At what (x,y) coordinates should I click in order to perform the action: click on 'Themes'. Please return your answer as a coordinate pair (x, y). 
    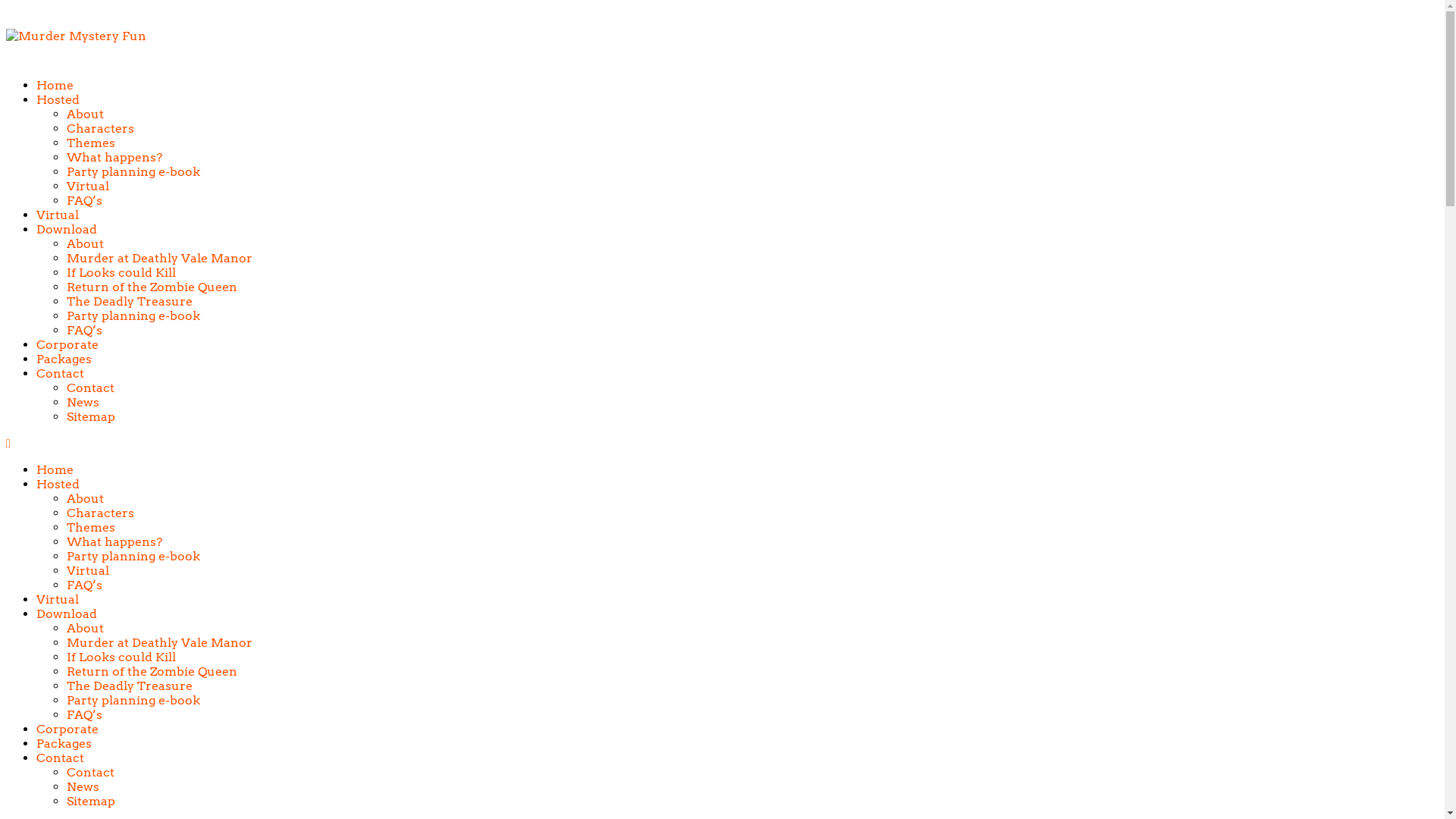
    Looking at the image, I should click on (90, 143).